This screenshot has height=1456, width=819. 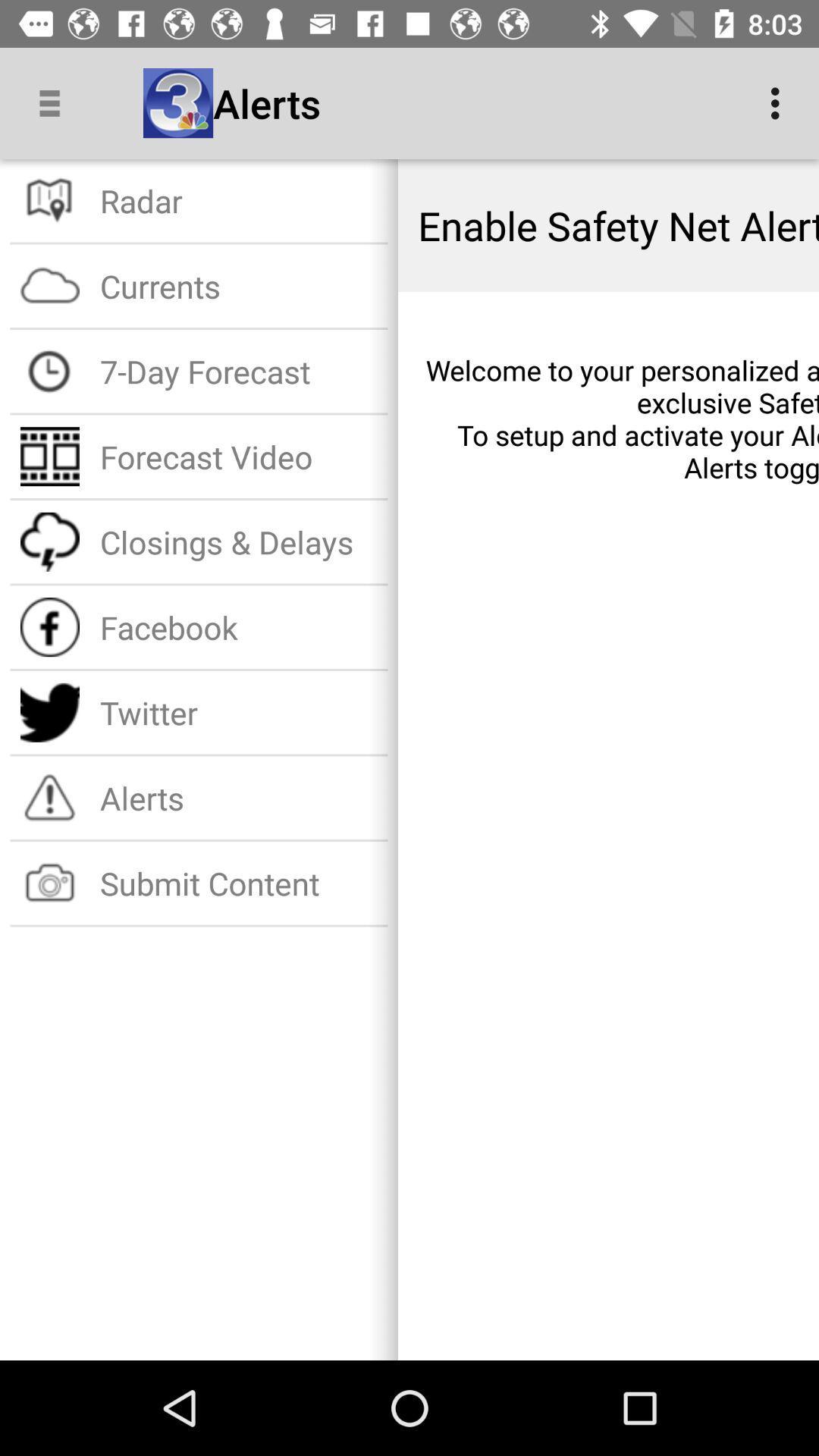 What do you see at coordinates (779, 102) in the screenshot?
I see `item above the enable safety net` at bounding box center [779, 102].